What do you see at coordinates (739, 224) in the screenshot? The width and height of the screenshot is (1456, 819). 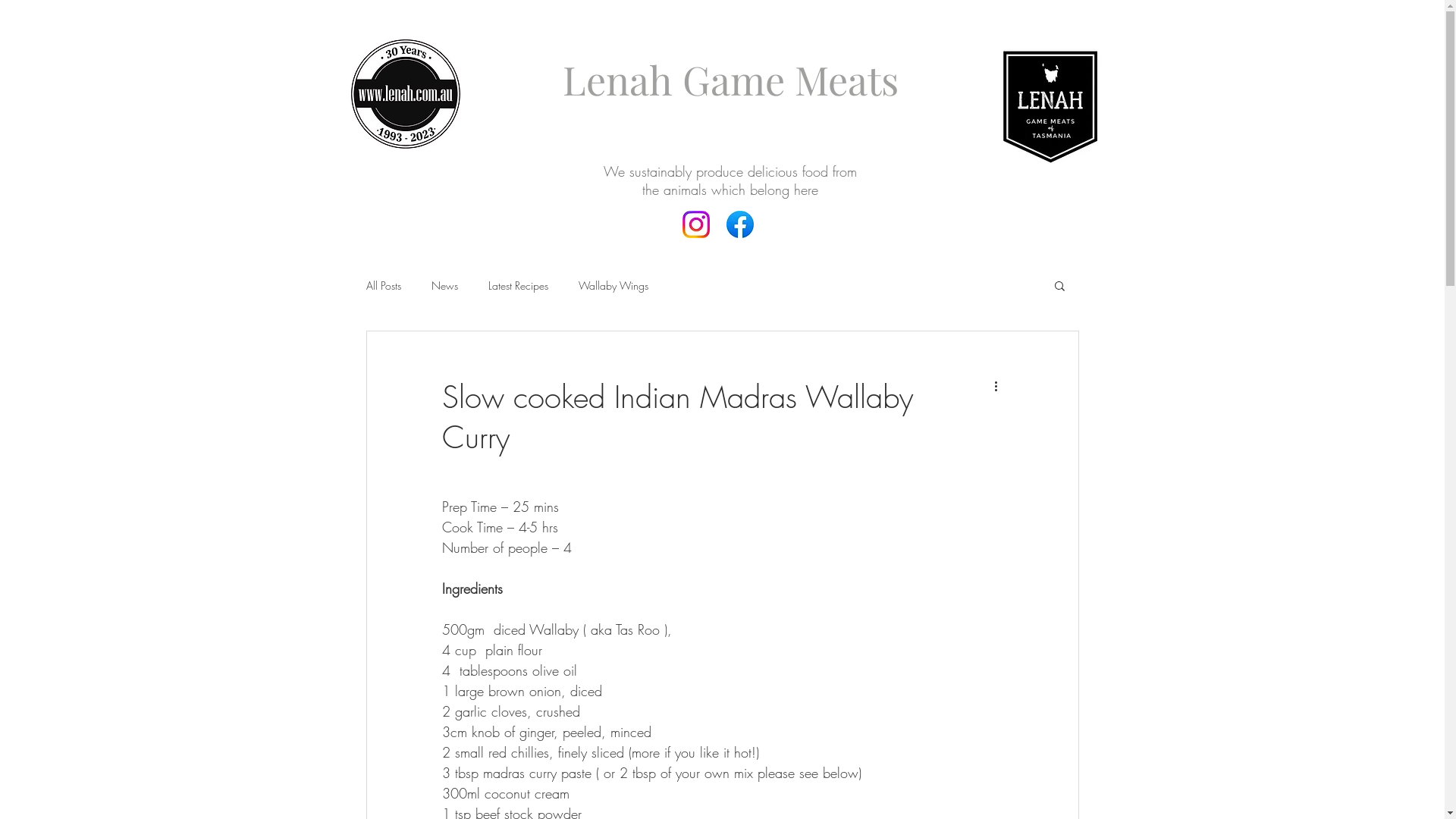 I see `'Facebook'` at bounding box center [739, 224].